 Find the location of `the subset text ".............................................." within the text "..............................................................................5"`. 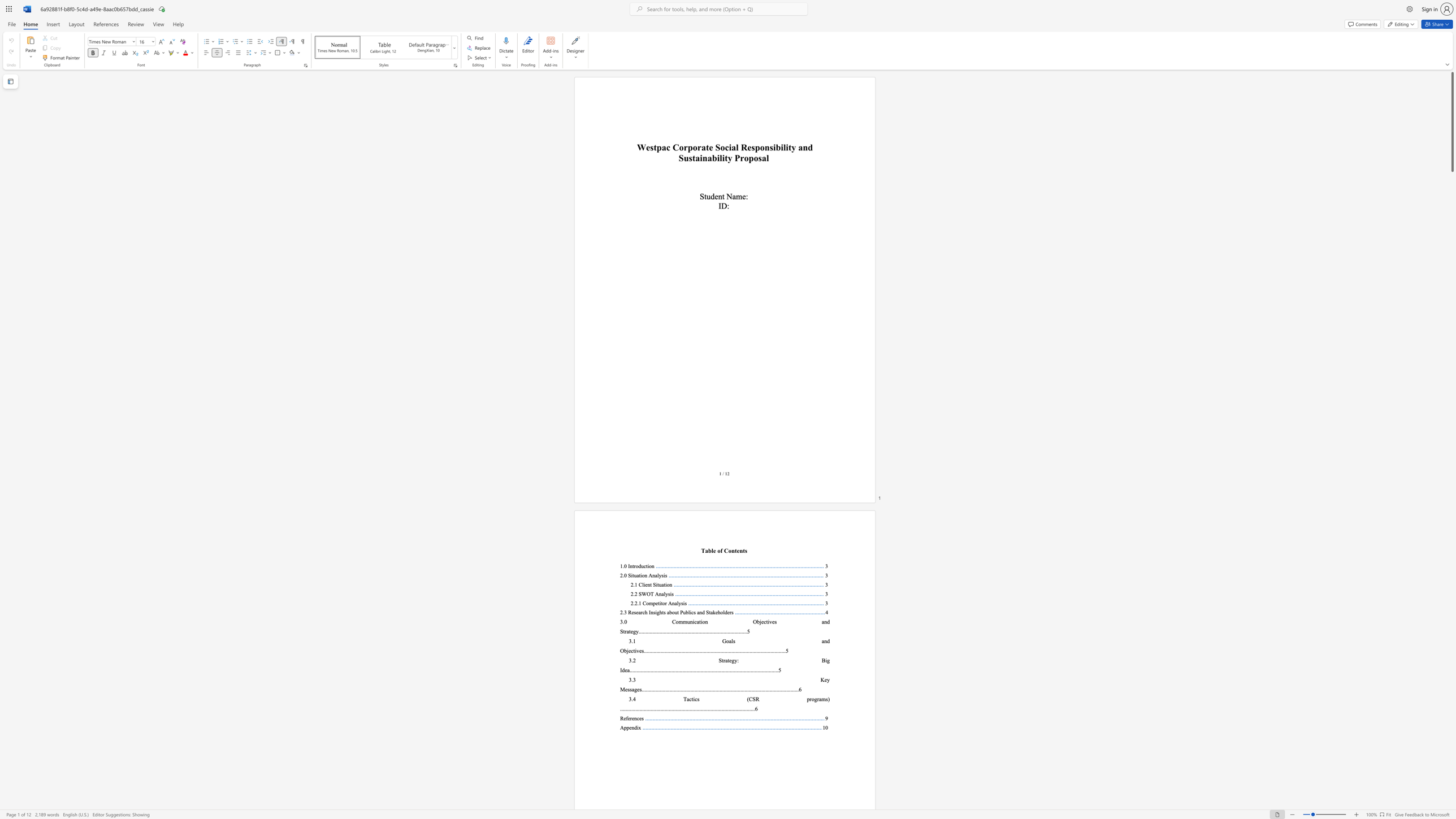

the subset text ".............................................." within the text "..............................................................................5" is located at coordinates (653, 631).